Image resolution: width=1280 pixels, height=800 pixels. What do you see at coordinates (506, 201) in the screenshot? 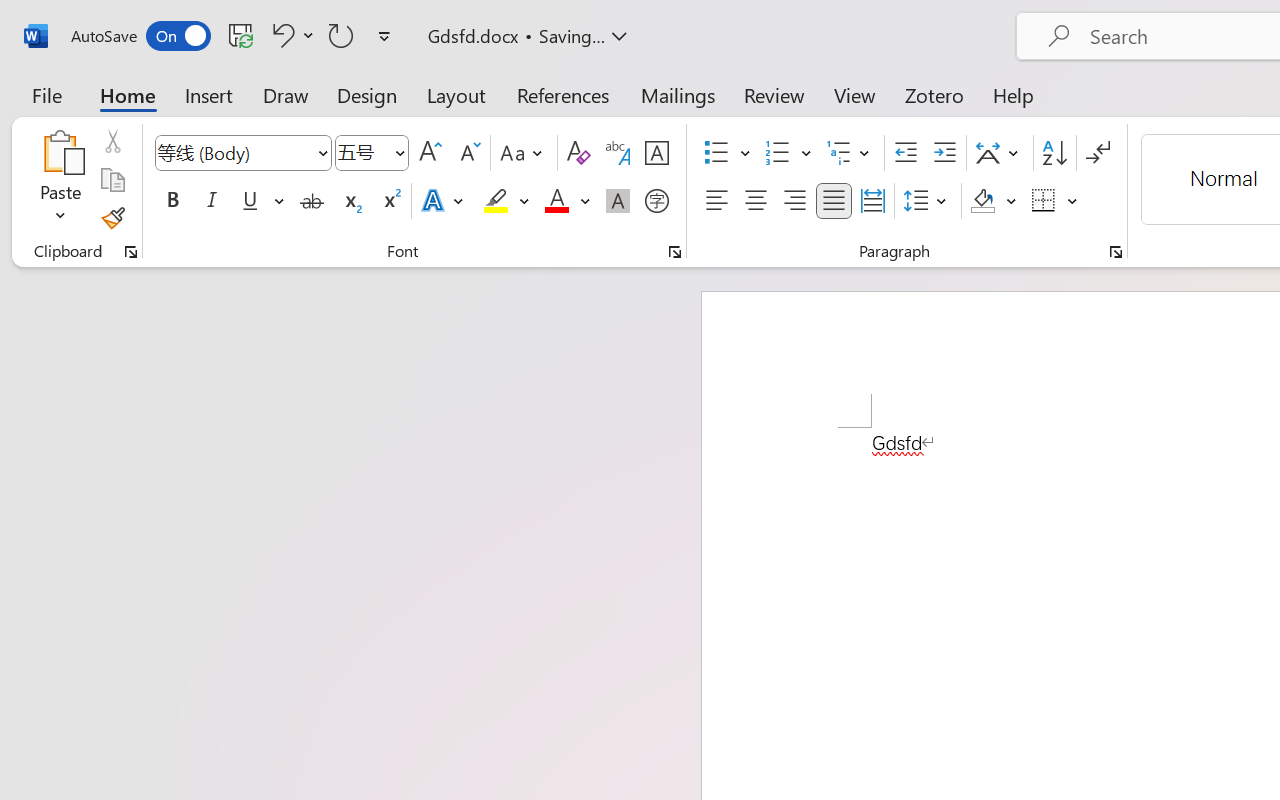
I see `'Text Highlight Color'` at bounding box center [506, 201].